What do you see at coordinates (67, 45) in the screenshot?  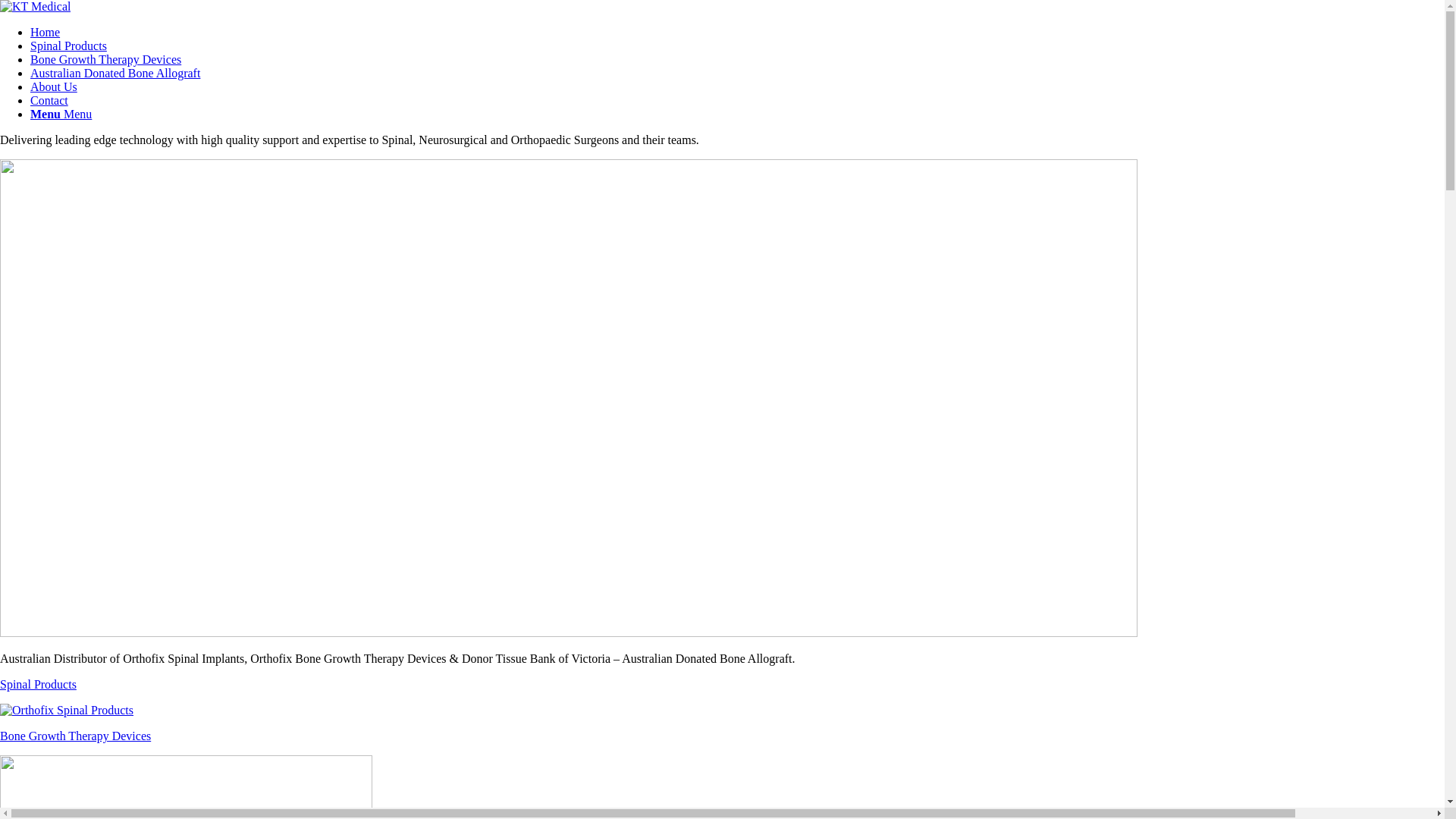 I see `'Spinal Products'` at bounding box center [67, 45].